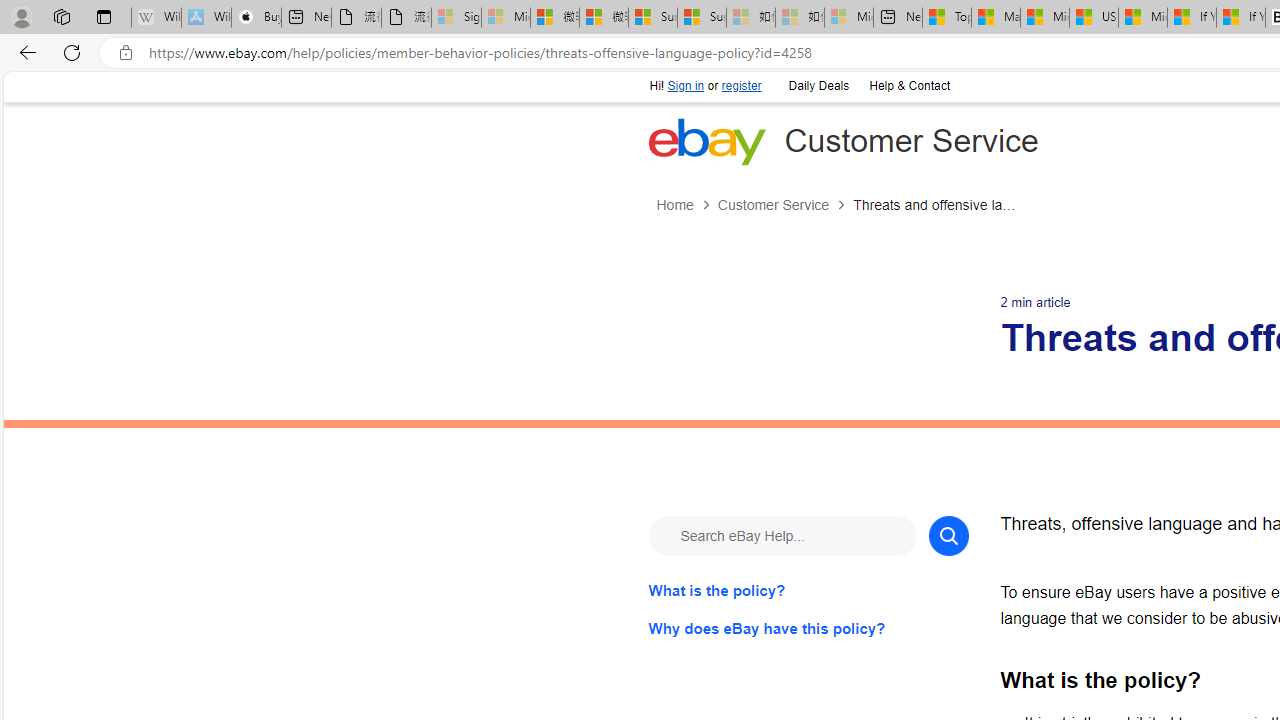 This screenshot has height=720, width=1280. What do you see at coordinates (686, 85) in the screenshot?
I see `'Sign in'` at bounding box center [686, 85].